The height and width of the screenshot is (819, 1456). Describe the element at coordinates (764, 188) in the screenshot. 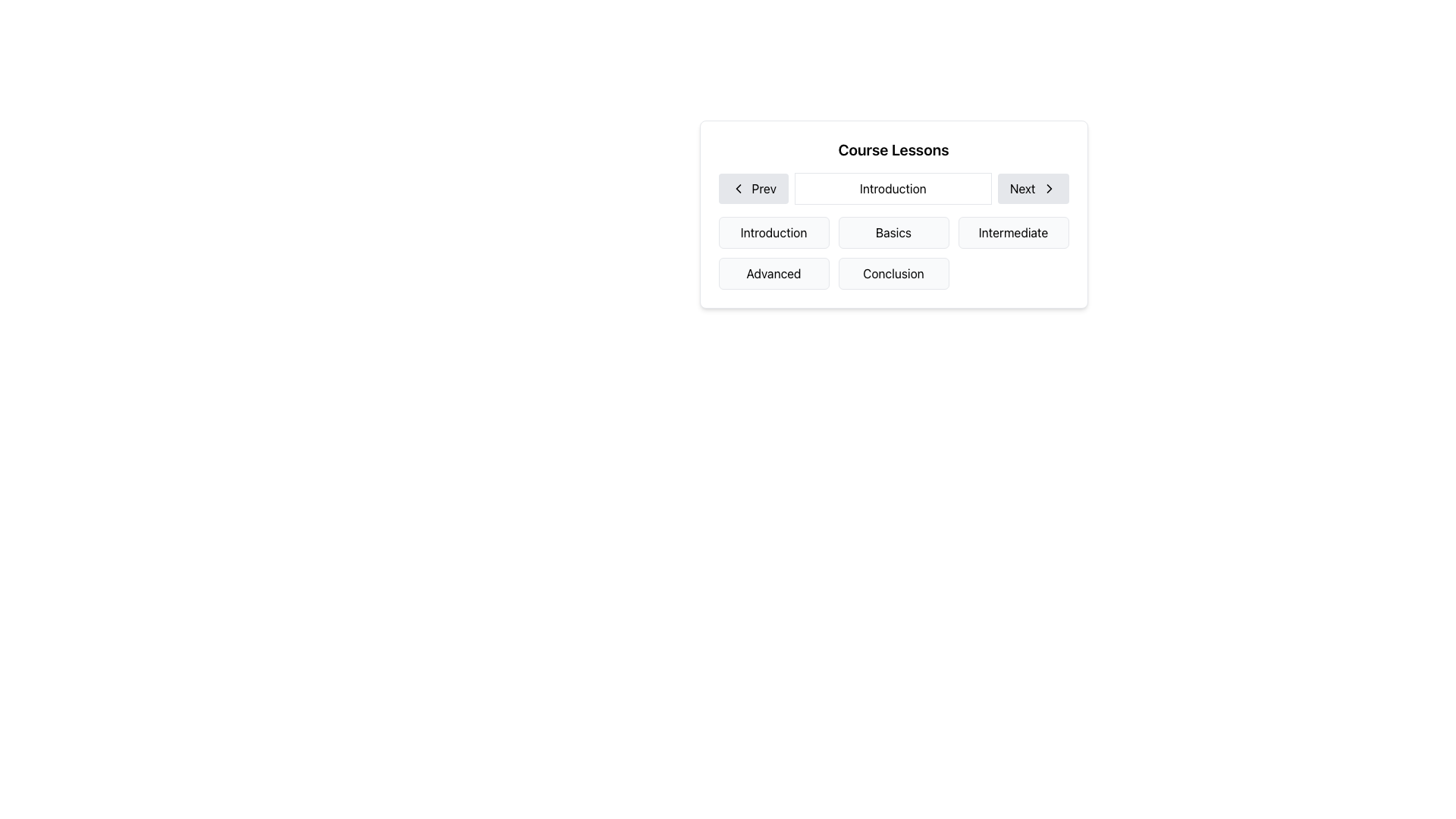

I see `the 'Prev' text inside the 'Previous' button` at that location.